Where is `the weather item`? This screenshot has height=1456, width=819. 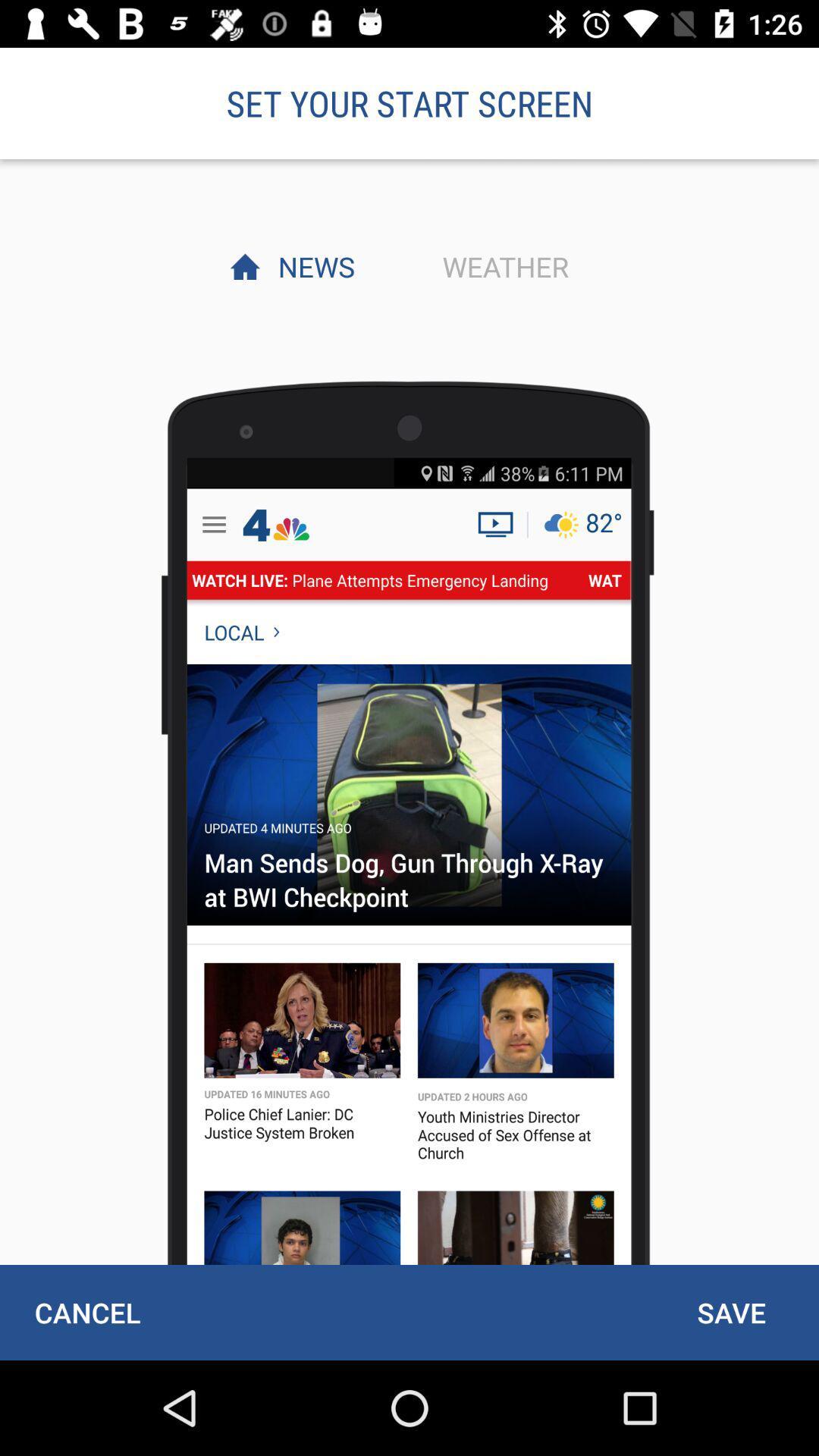 the weather item is located at coordinates (501, 266).